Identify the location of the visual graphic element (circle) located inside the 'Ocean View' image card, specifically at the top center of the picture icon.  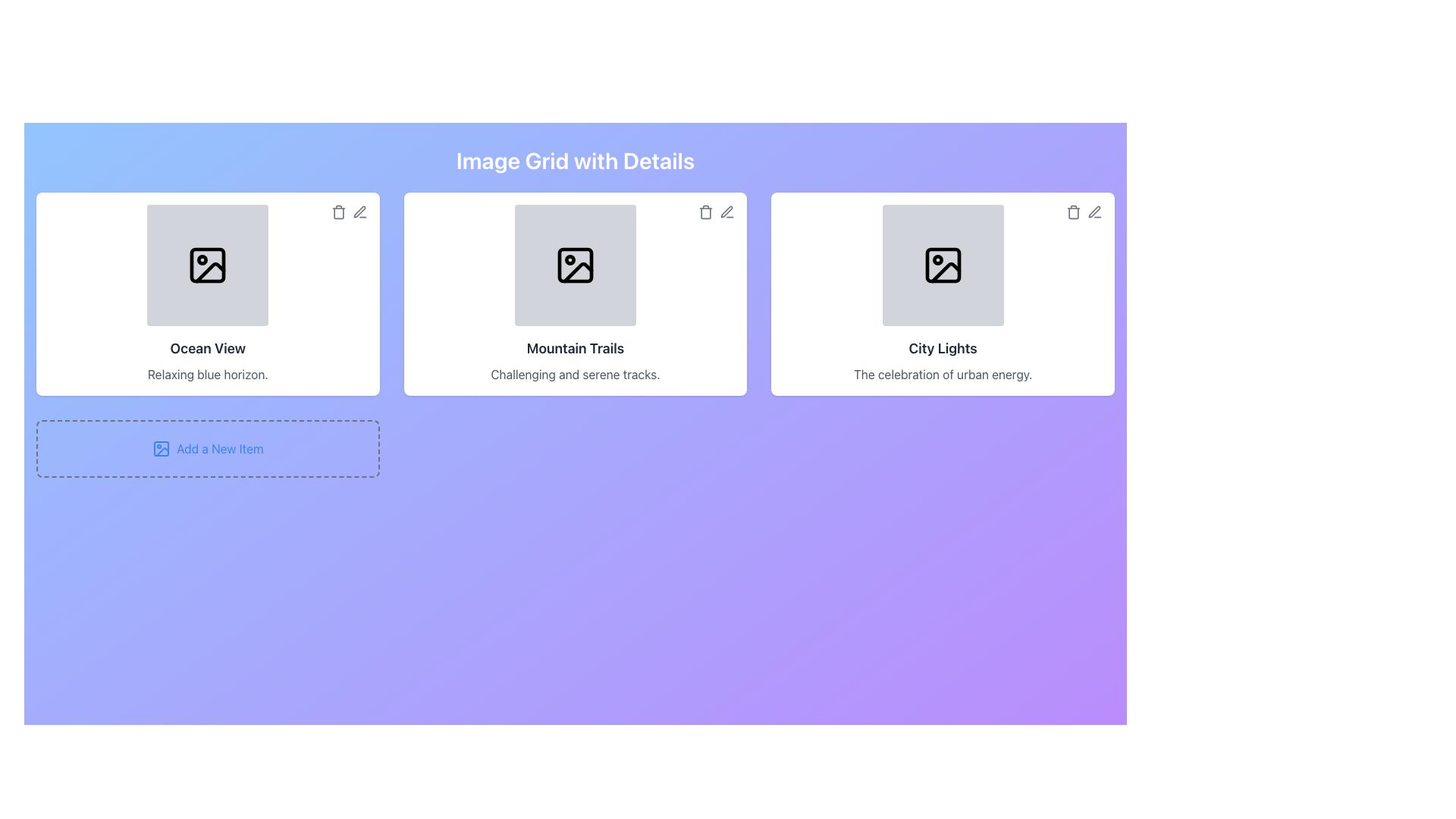
(202, 259).